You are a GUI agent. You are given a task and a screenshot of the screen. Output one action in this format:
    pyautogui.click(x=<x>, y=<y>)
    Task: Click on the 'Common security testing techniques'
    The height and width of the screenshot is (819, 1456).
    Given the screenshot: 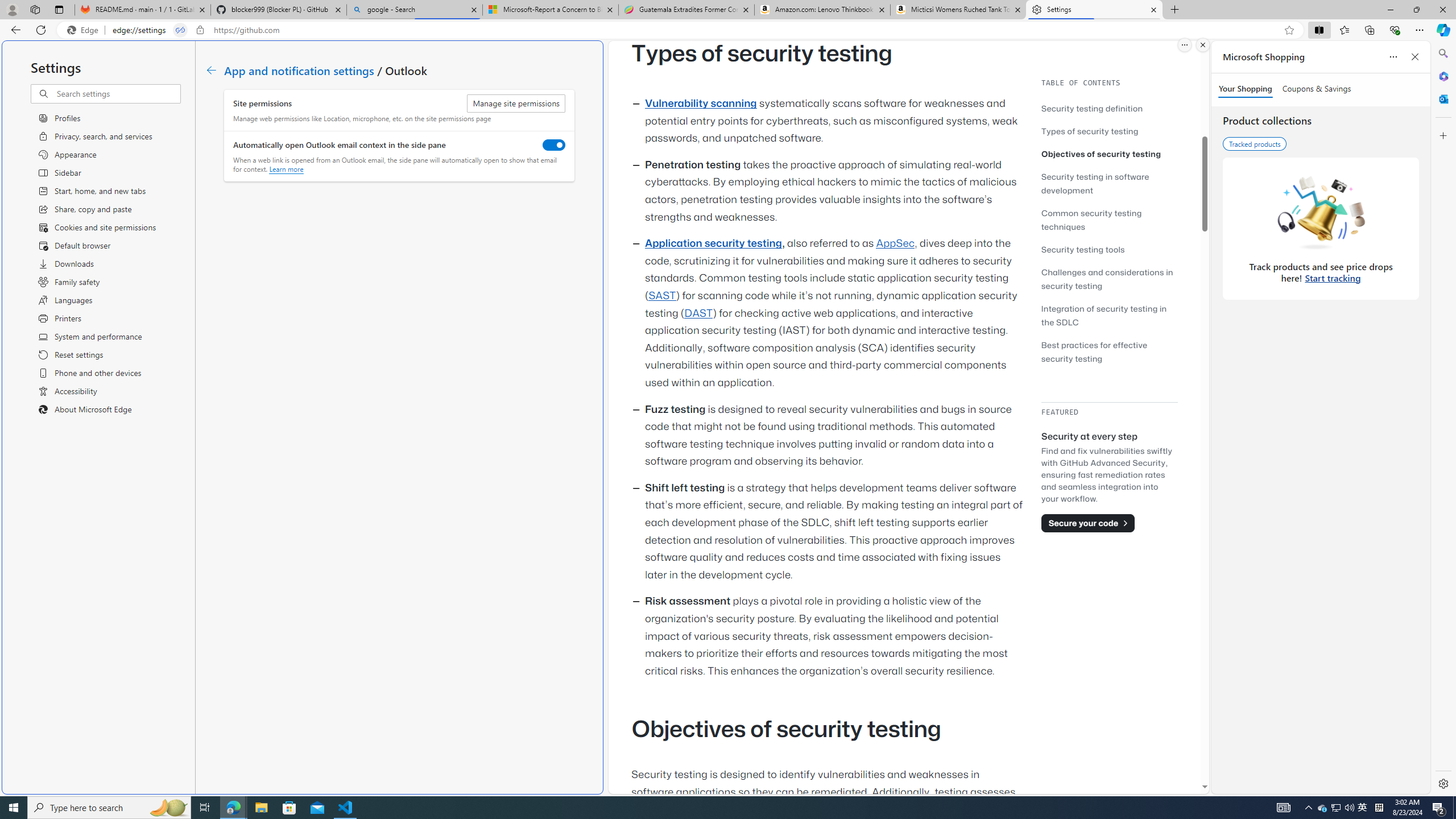 What is the action you would take?
    pyautogui.click(x=1090, y=220)
    